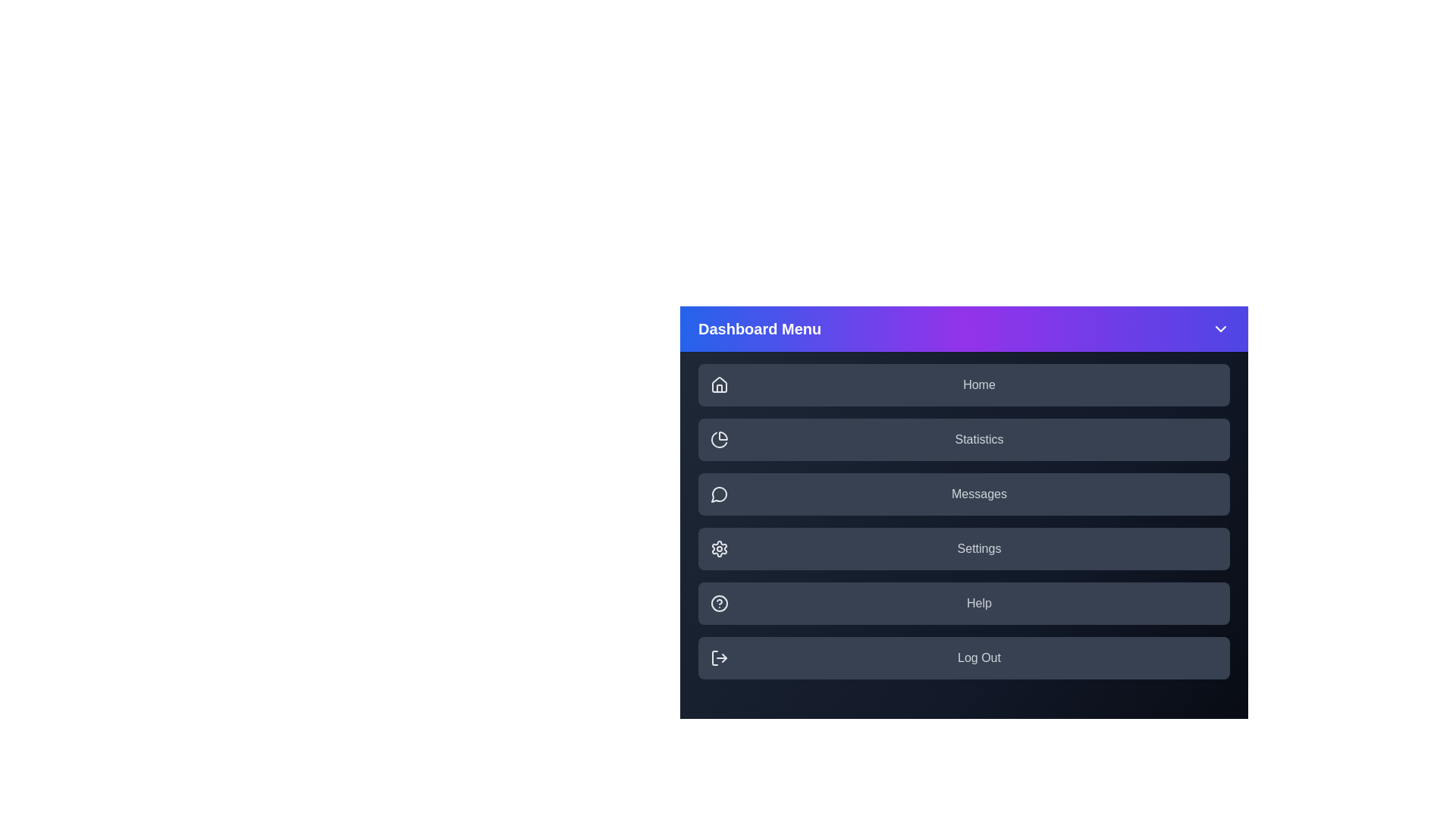  Describe the element at coordinates (963, 549) in the screenshot. I see `the menu item labeled Settings` at that location.